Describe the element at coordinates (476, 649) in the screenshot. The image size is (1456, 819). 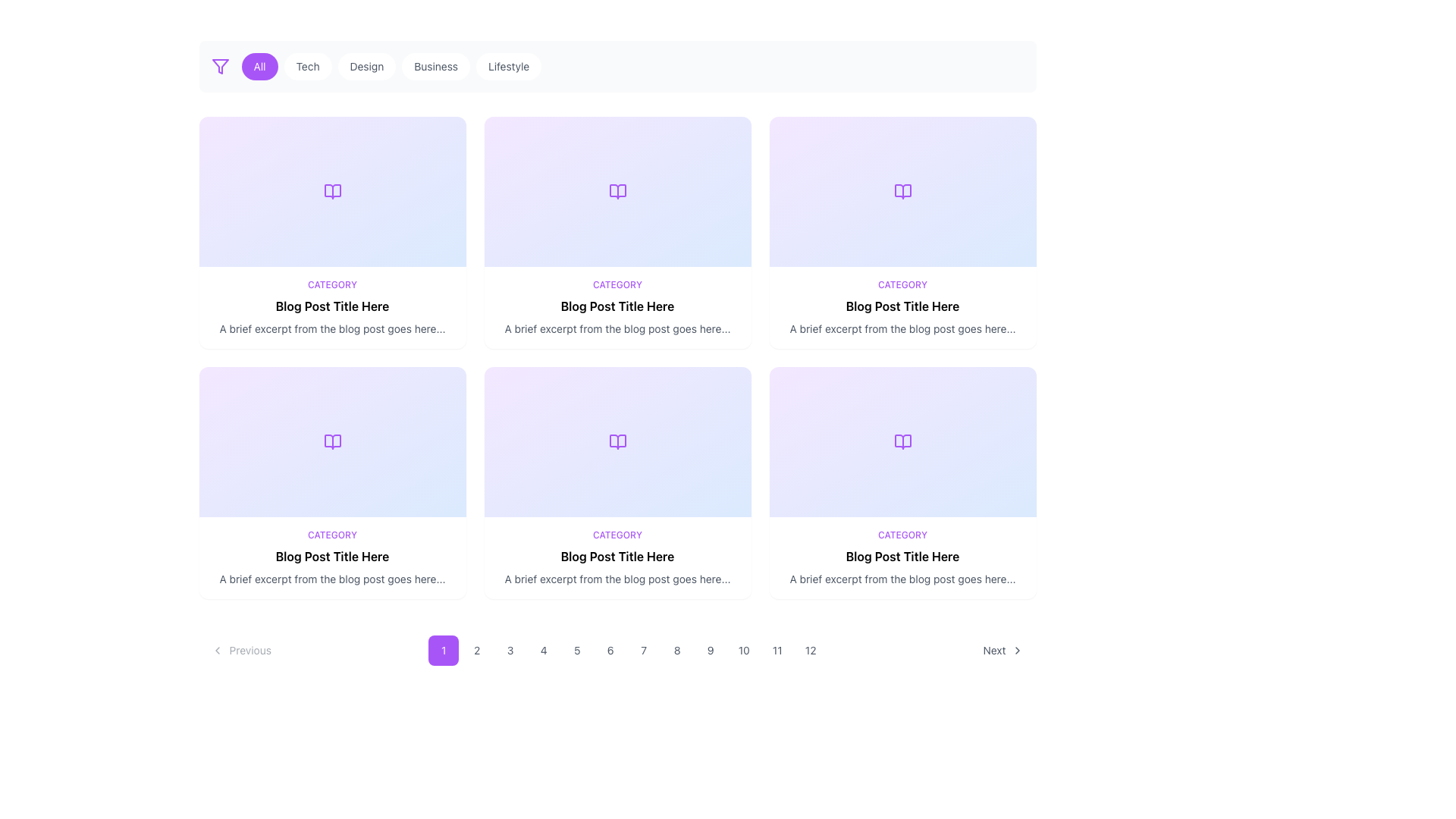
I see `the circular pagination button displaying the number '2'` at that location.